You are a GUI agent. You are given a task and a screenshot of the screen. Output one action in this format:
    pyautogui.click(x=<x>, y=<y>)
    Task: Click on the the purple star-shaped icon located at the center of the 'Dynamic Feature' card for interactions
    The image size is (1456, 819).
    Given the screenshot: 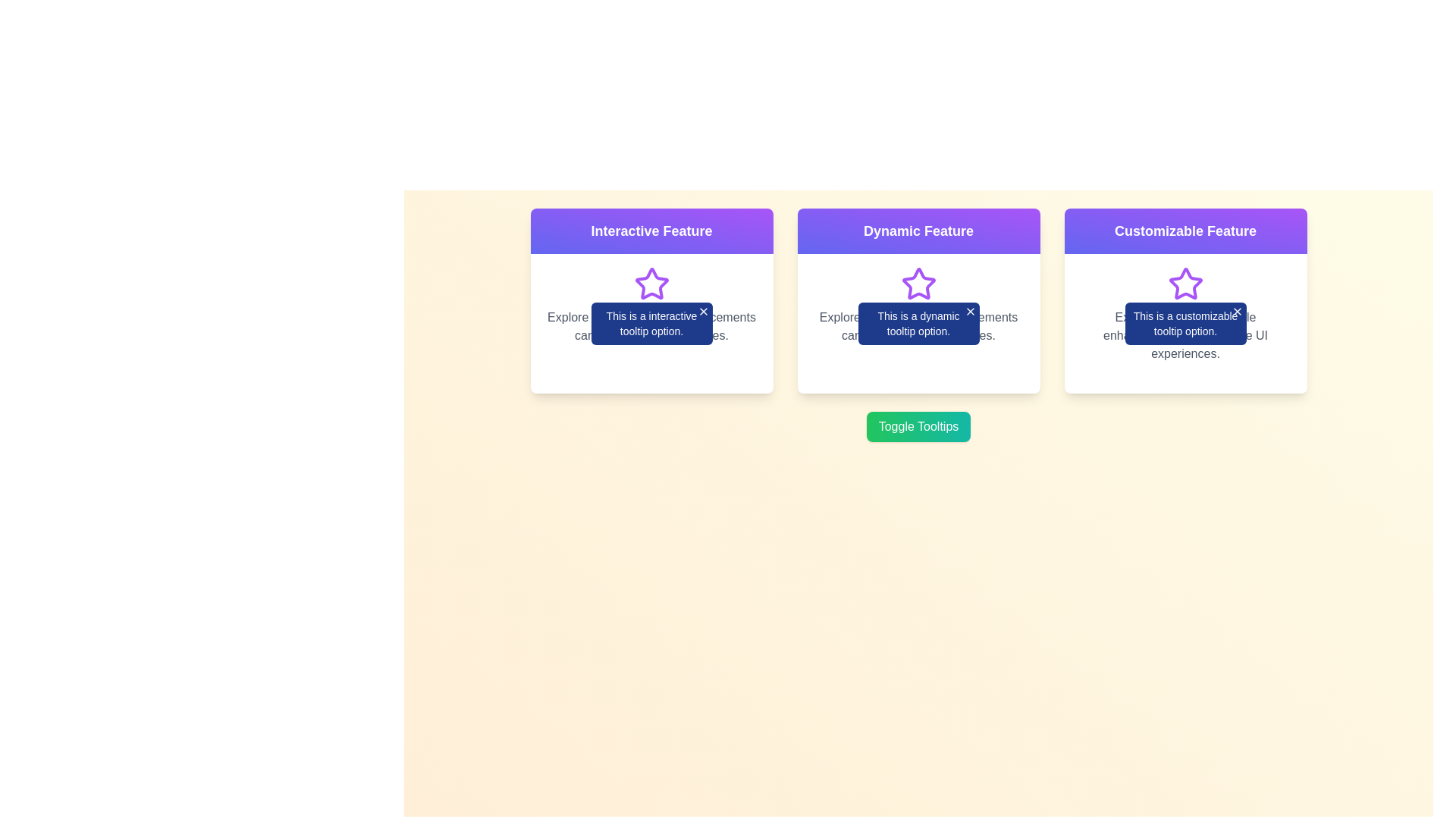 What is the action you would take?
    pyautogui.click(x=918, y=284)
    